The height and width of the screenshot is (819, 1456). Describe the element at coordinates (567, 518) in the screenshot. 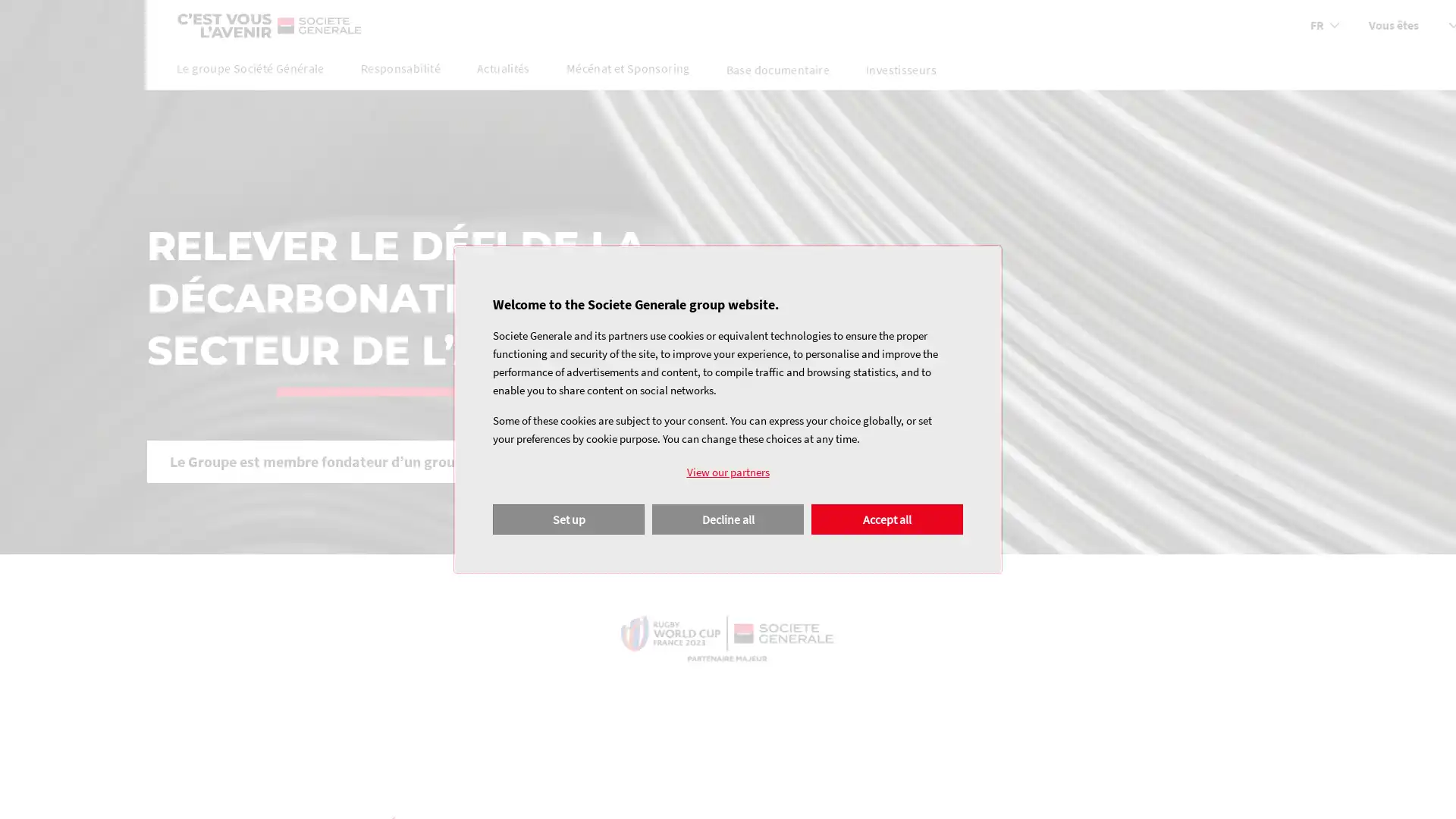

I see `Configure your consents` at that location.